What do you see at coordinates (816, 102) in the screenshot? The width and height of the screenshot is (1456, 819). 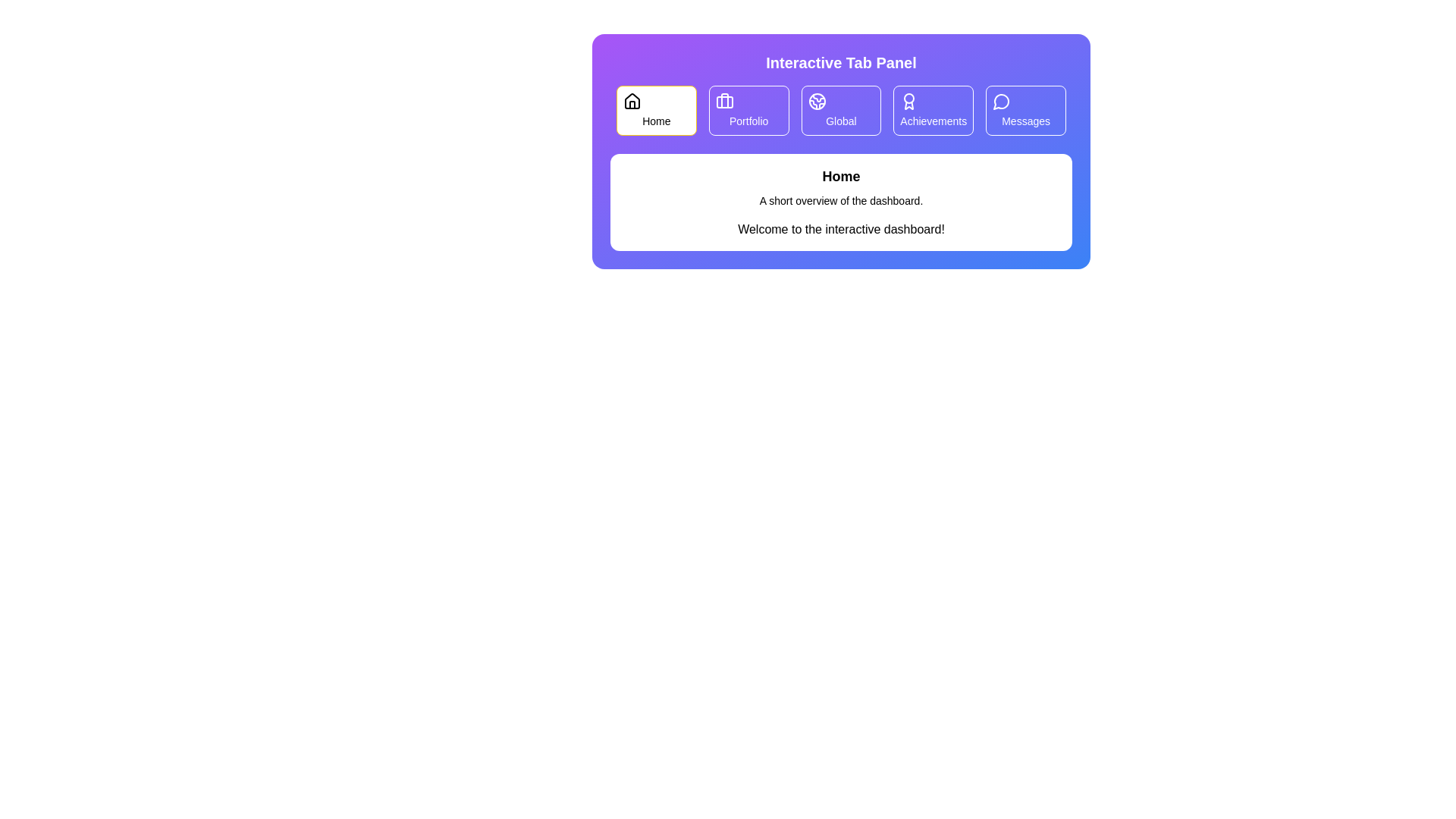 I see `the circular icon resembling a globe within the 'Global' tab in the navigation panel` at bounding box center [816, 102].